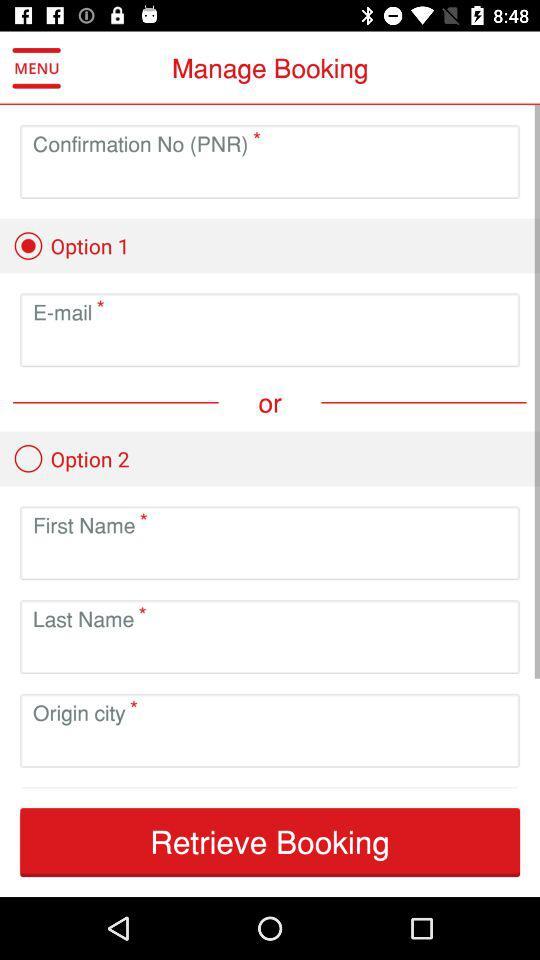 The image size is (540, 960). Describe the element at coordinates (70, 458) in the screenshot. I see `the icon above first name` at that location.